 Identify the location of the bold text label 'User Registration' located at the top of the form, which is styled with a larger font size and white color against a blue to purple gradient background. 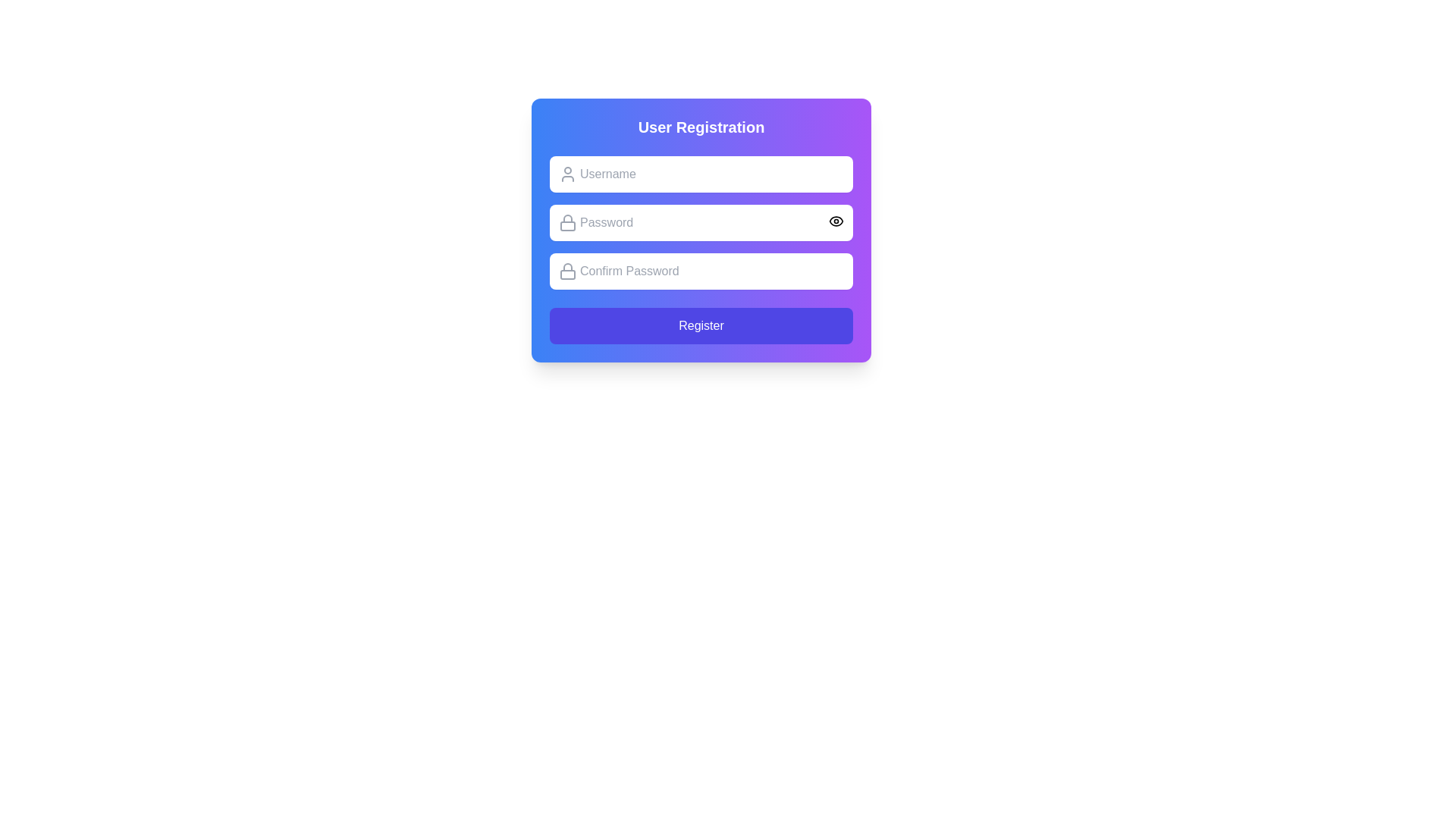
(701, 127).